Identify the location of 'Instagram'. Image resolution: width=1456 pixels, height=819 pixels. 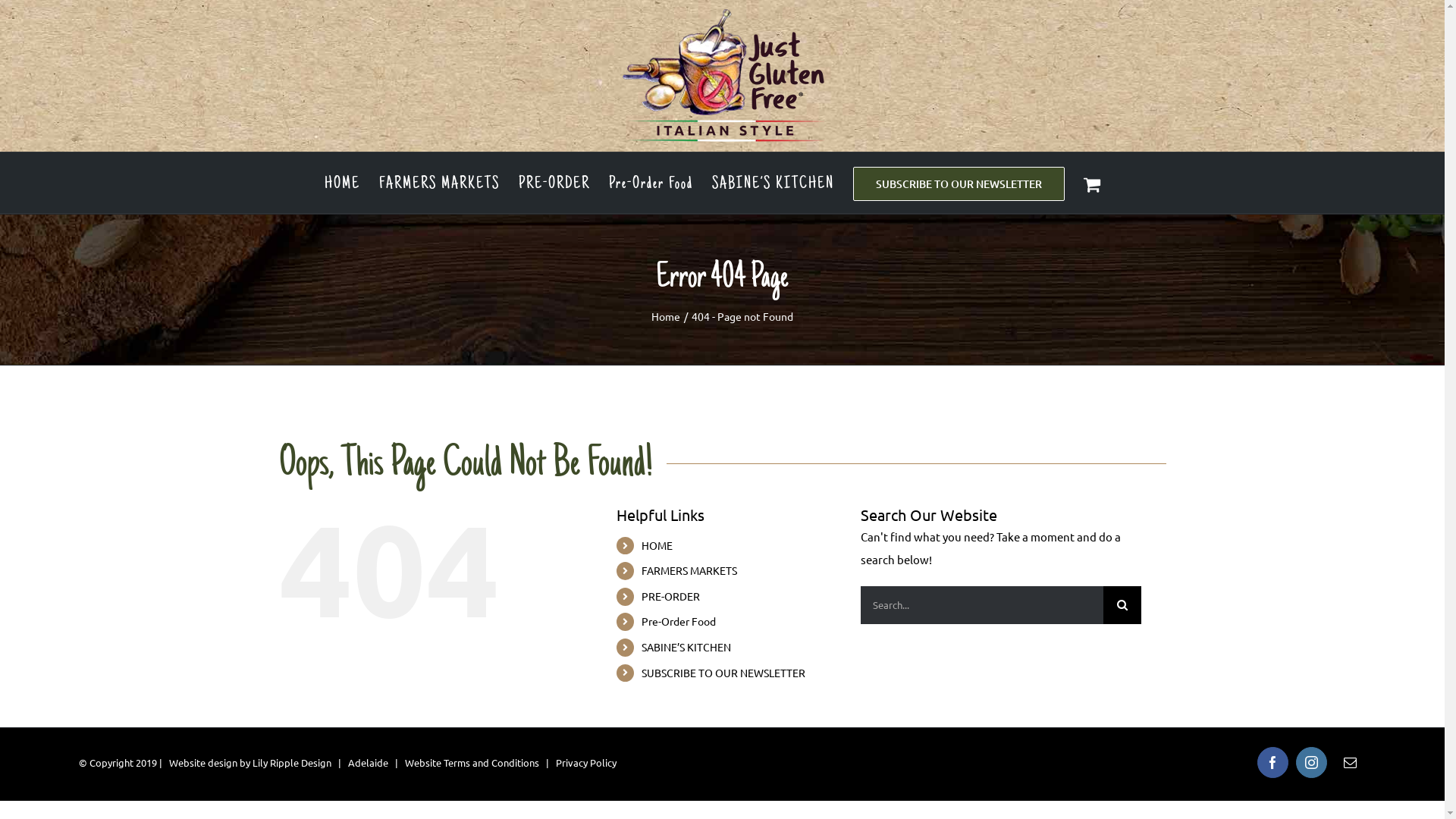
(1310, 762).